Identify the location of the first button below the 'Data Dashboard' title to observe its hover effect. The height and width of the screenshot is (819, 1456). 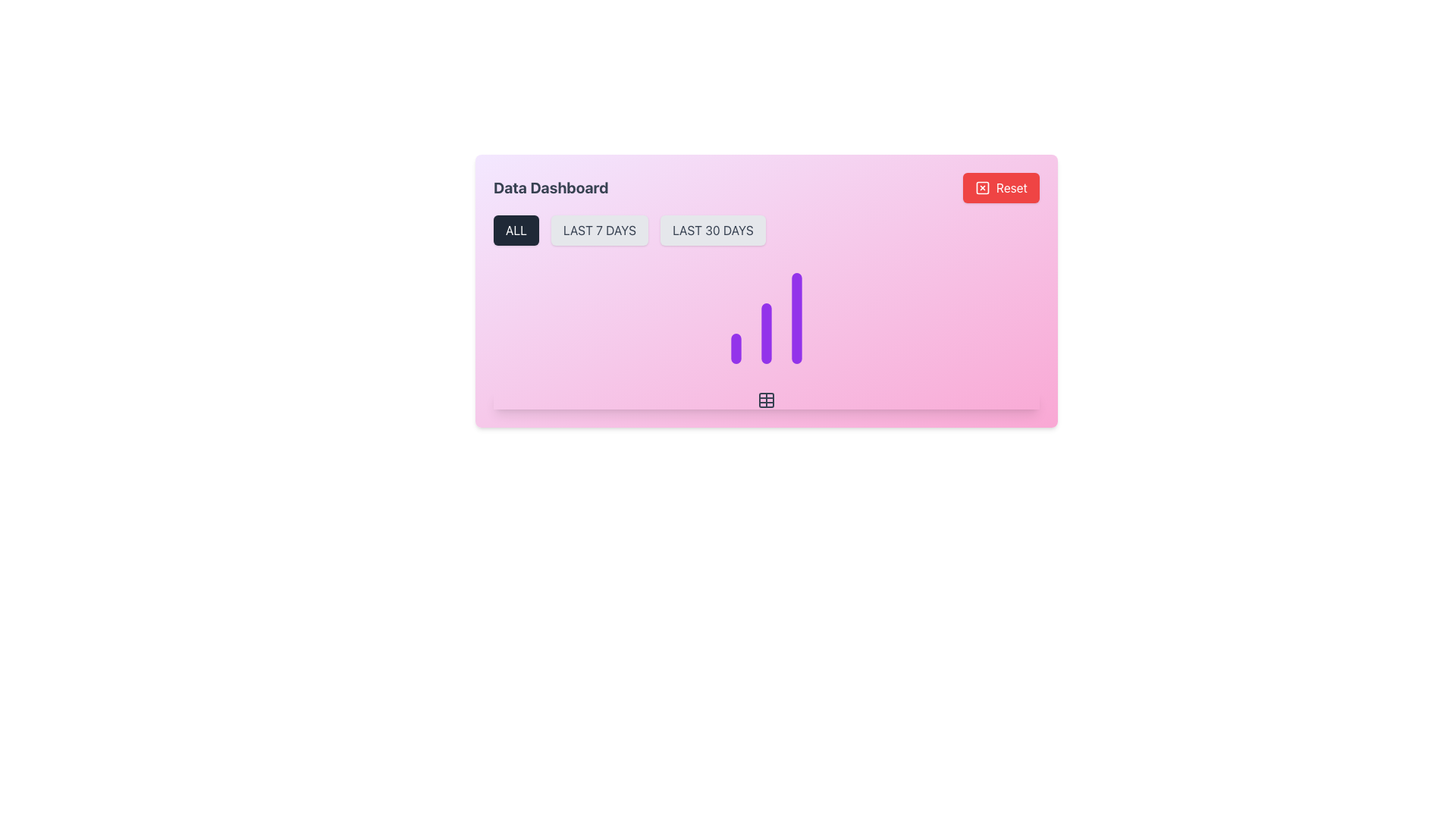
(516, 231).